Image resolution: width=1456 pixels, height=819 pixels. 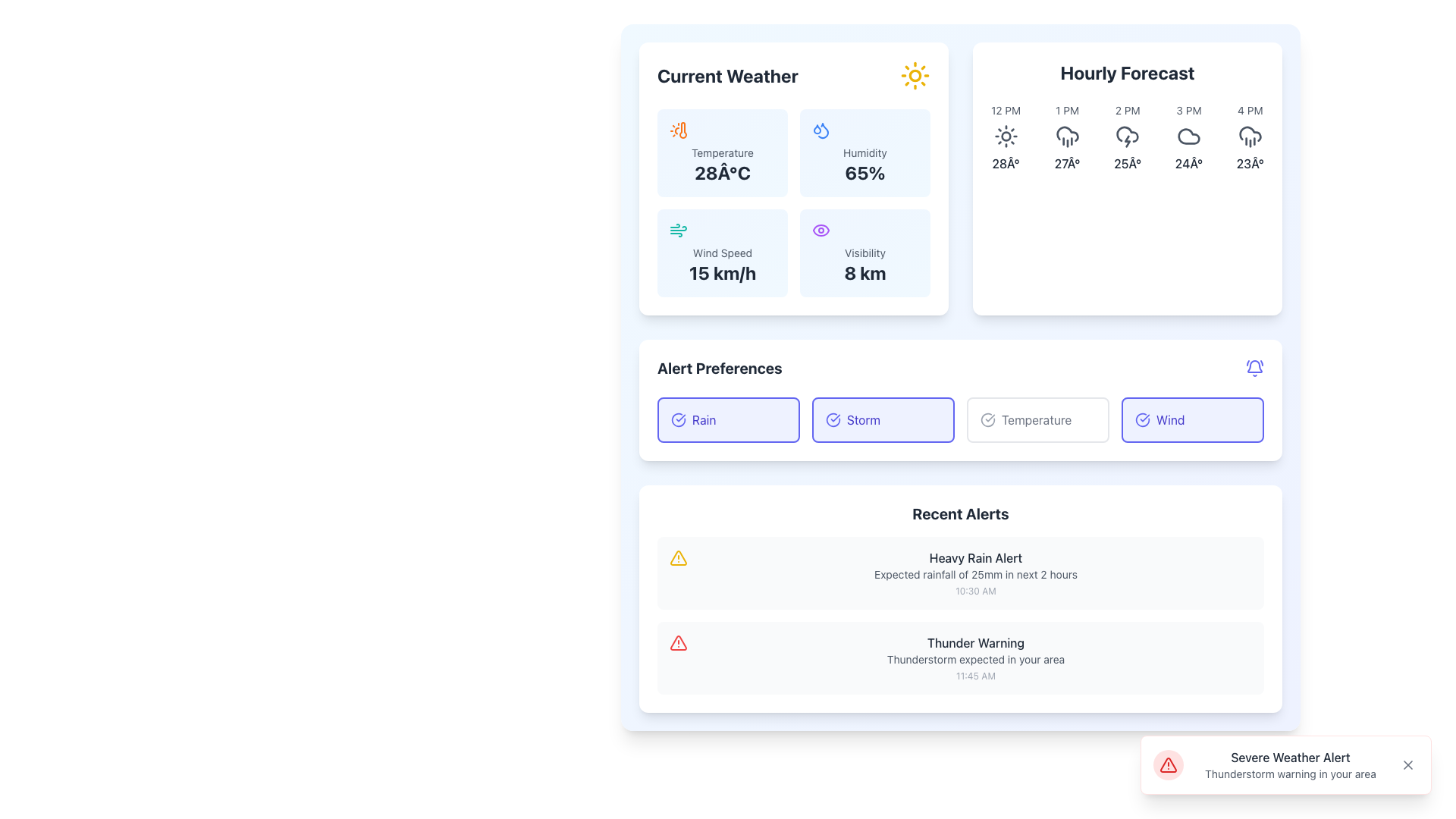 I want to click on the blue water droplet icon located to the left of the '65%' humidity text in the 'Current Weather' panel, so click(x=822, y=130).